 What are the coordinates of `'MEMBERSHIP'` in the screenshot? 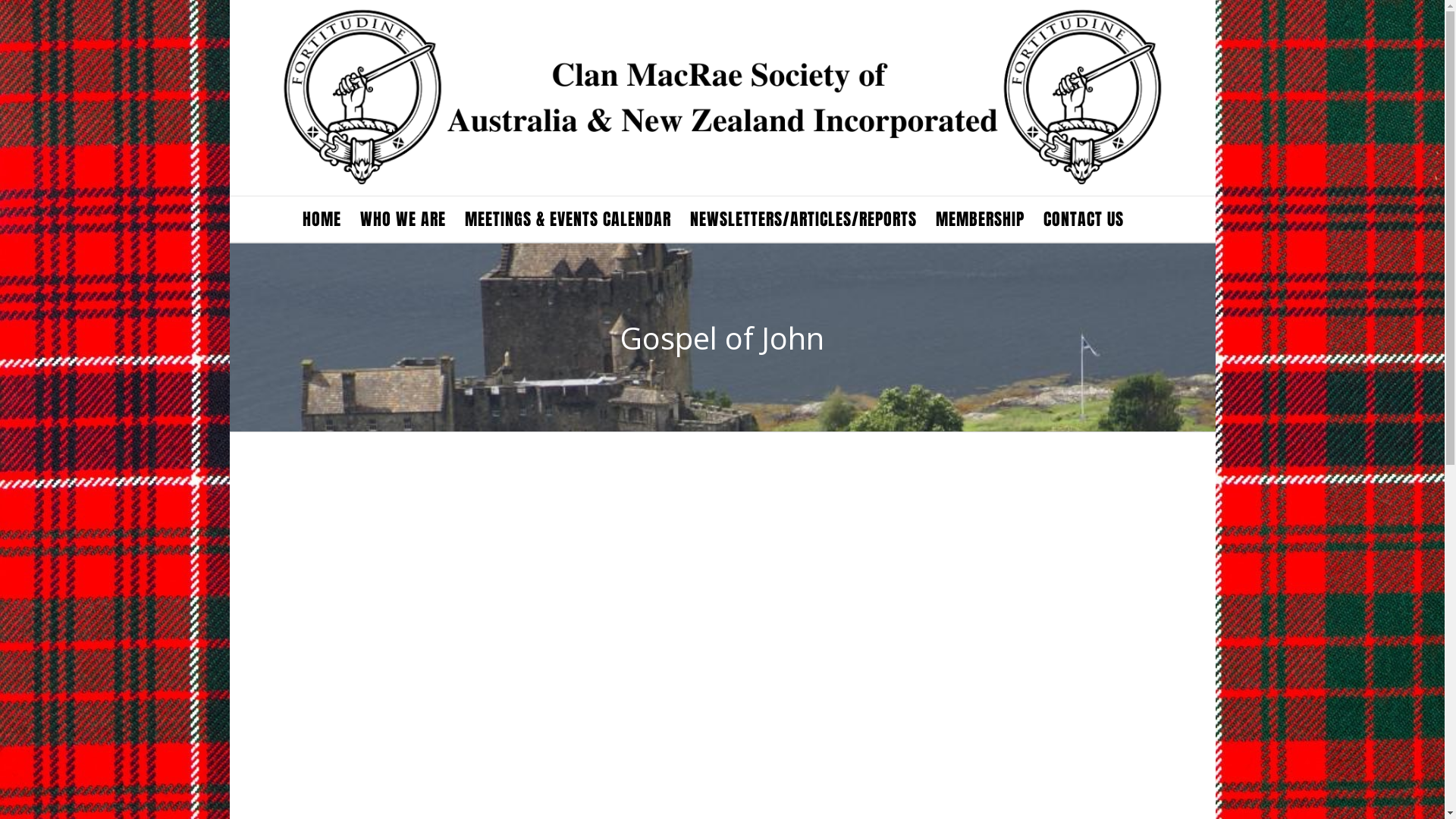 It's located at (980, 219).